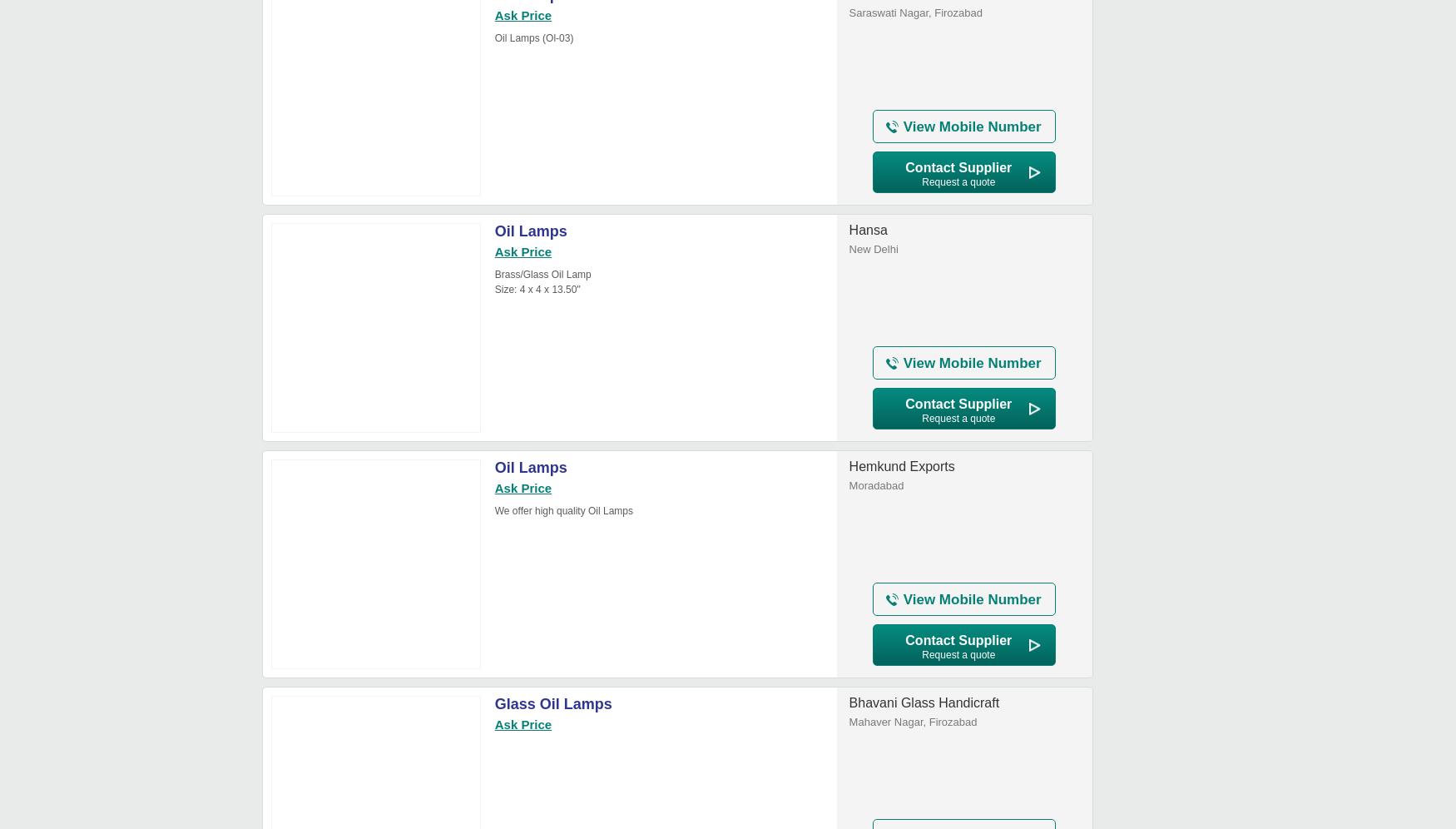  I want to click on 'Size: 4 x 4 x 13.50"', so click(493, 290).